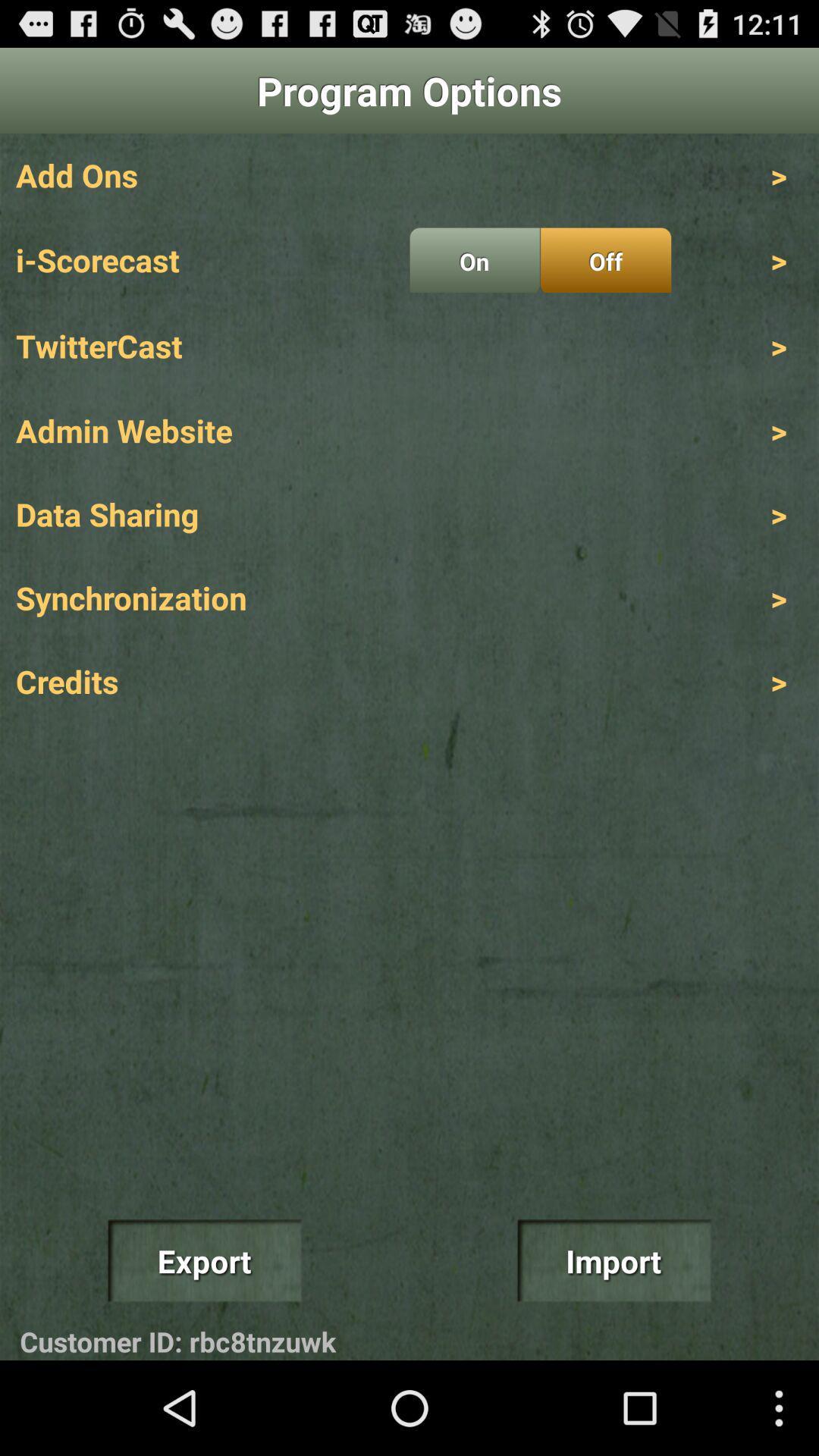 This screenshot has height=1456, width=819. Describe the element at coordinates (474, 260) in the screenshot. I see `icon above twittercast icon` at that location.